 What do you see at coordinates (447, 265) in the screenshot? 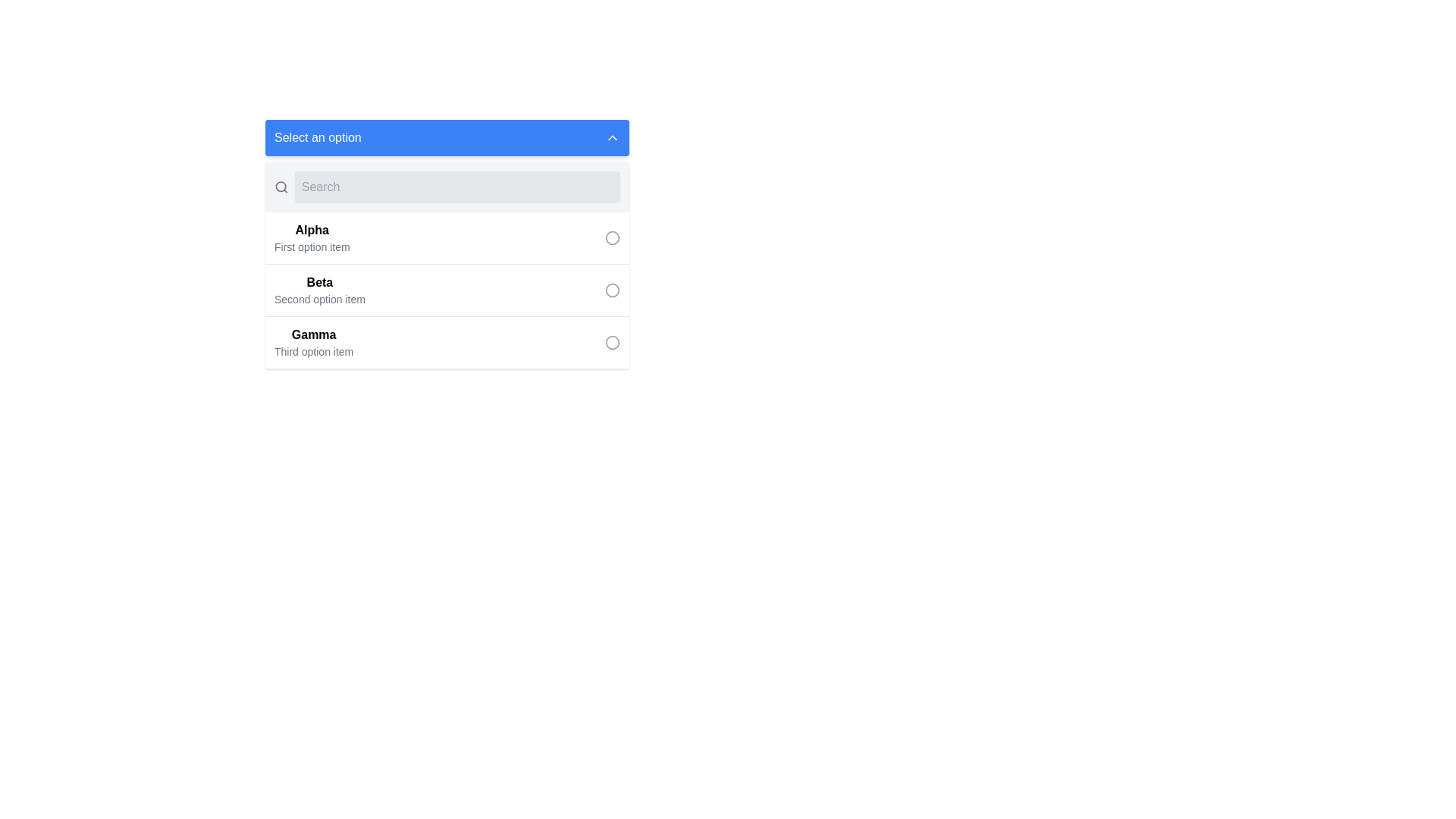
I see `the second option in the dropdown list titled 'Beta', which is positioned below 'Alpha' and above 'Gamma'` at bounding box center [447, 265].